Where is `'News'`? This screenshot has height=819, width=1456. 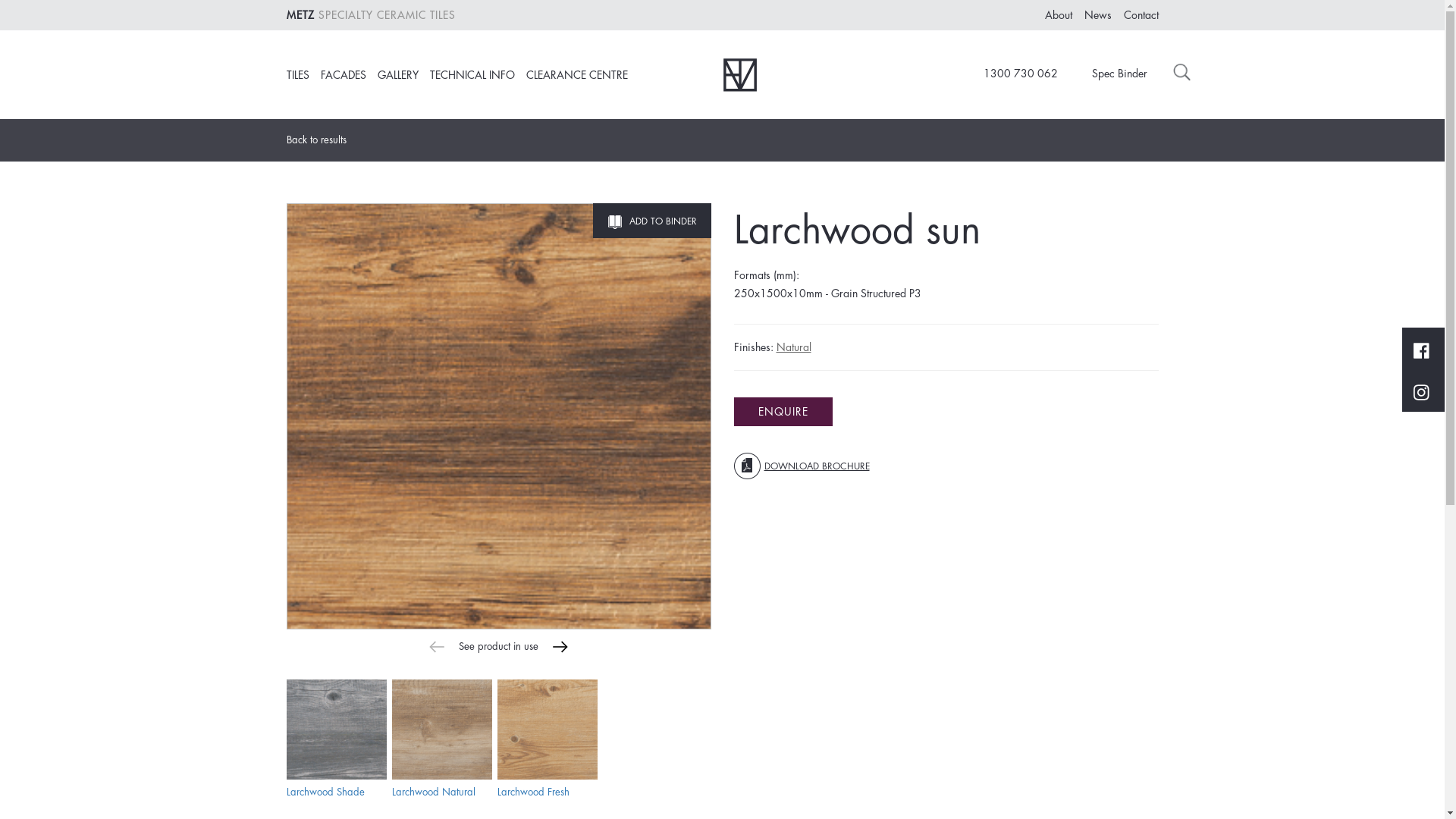 'News' is located at coordinates (1084, 14).